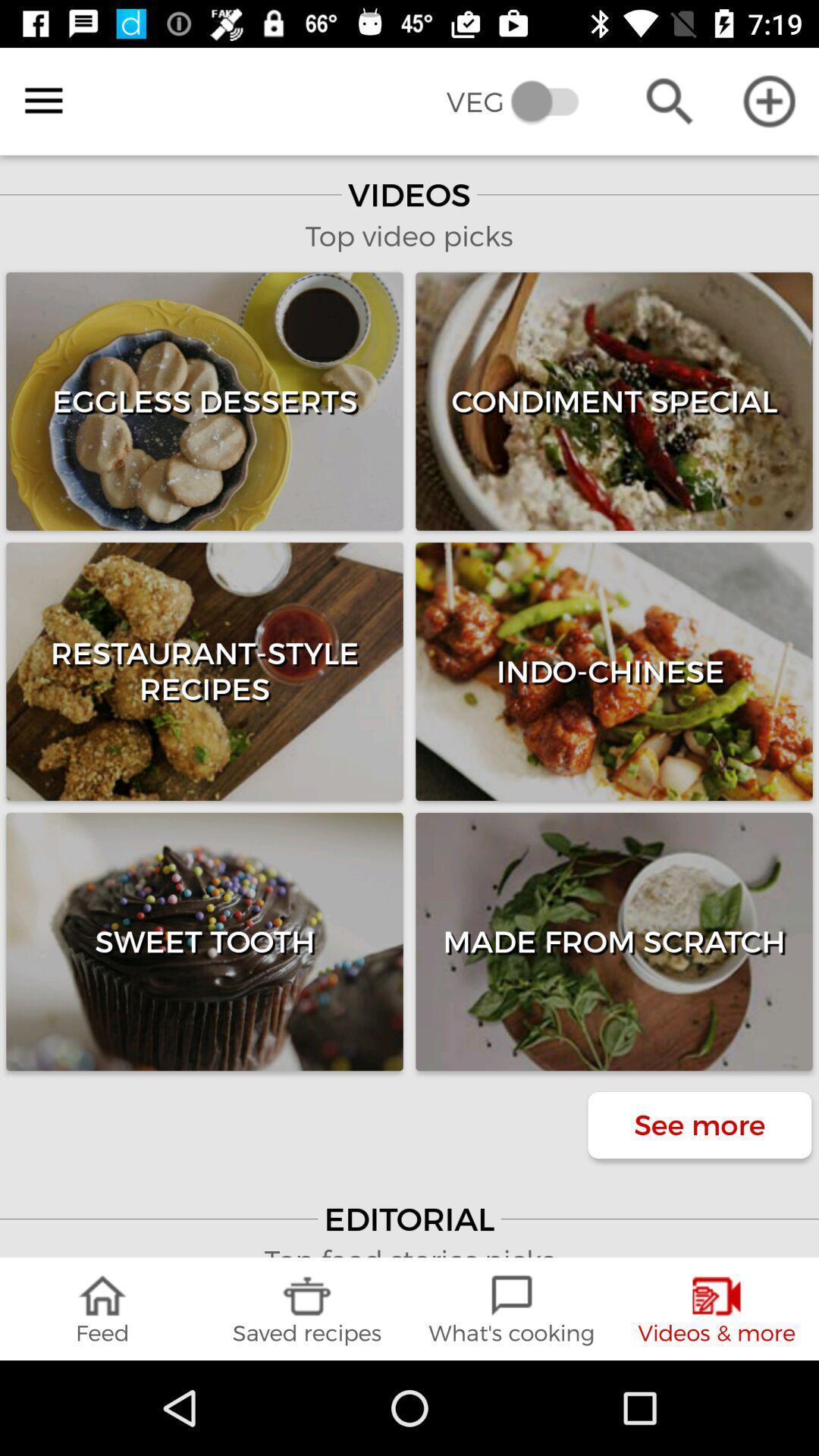 This screenshot has width=819, height=1456. What do you see at coordinates (717, 1308) in the screenshot?
I see `the item to the right of the what's cooking icon` at bounding box center [717, 1308].